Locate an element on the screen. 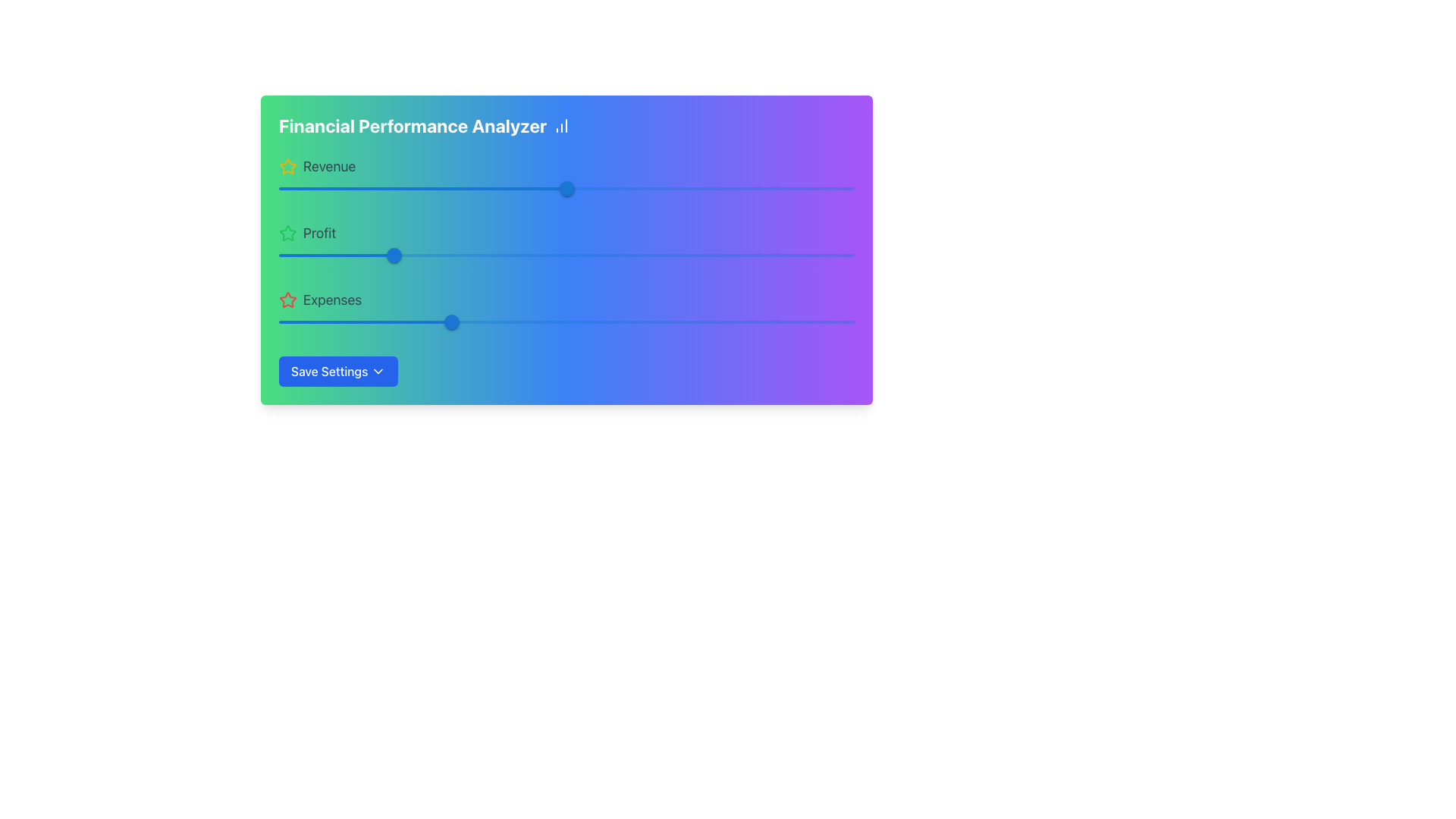 The height and width of the screenshot is (819, 1456). slider value is located at coordinates (395, 254).